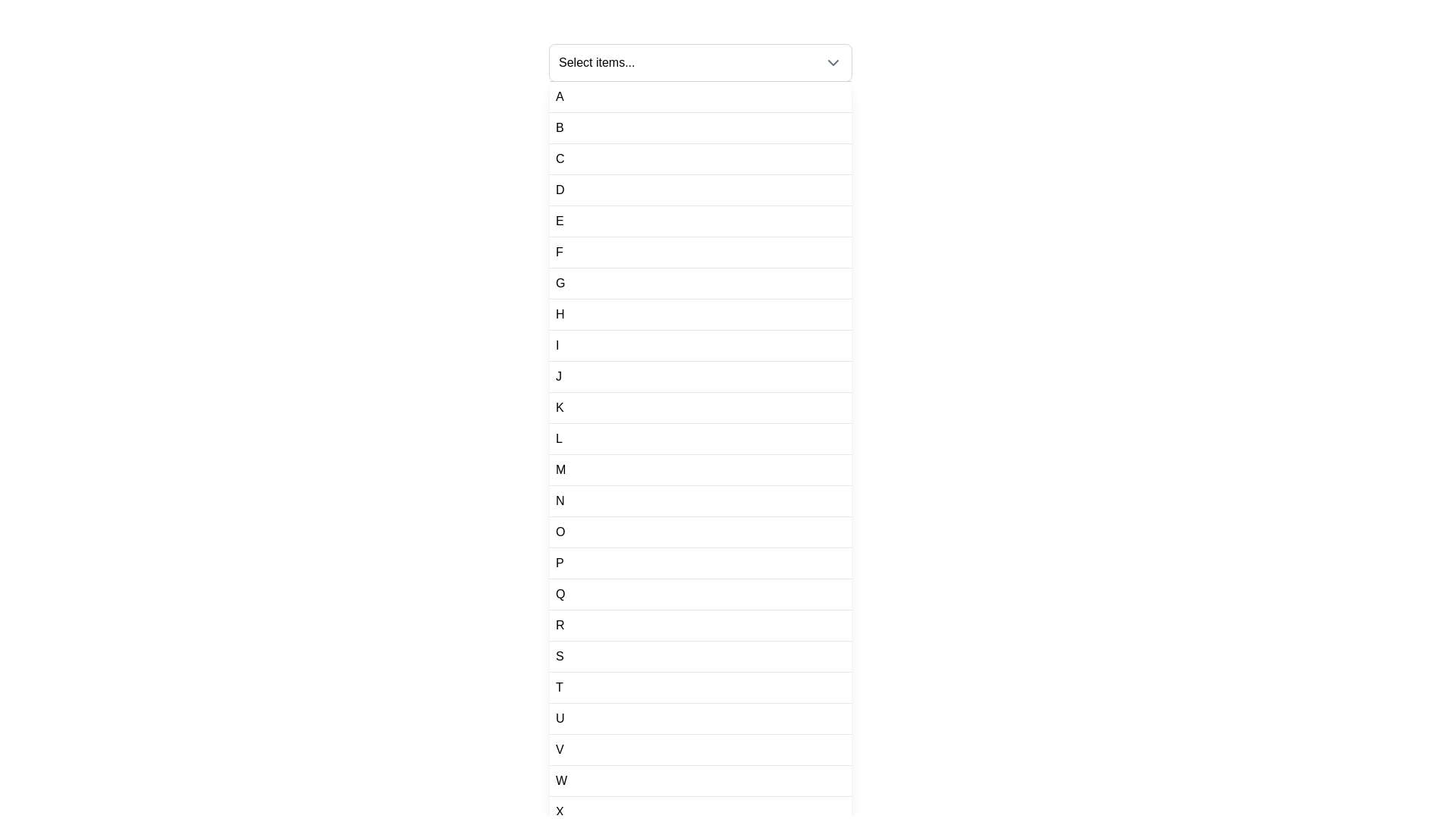  What do you see at coordinates (700, 284) in the screenshot?
I see `the seventh item in the dropdown menu, located between the items labeled 'F' and 'H', by clicking on it` at bounding box center [700, 284].